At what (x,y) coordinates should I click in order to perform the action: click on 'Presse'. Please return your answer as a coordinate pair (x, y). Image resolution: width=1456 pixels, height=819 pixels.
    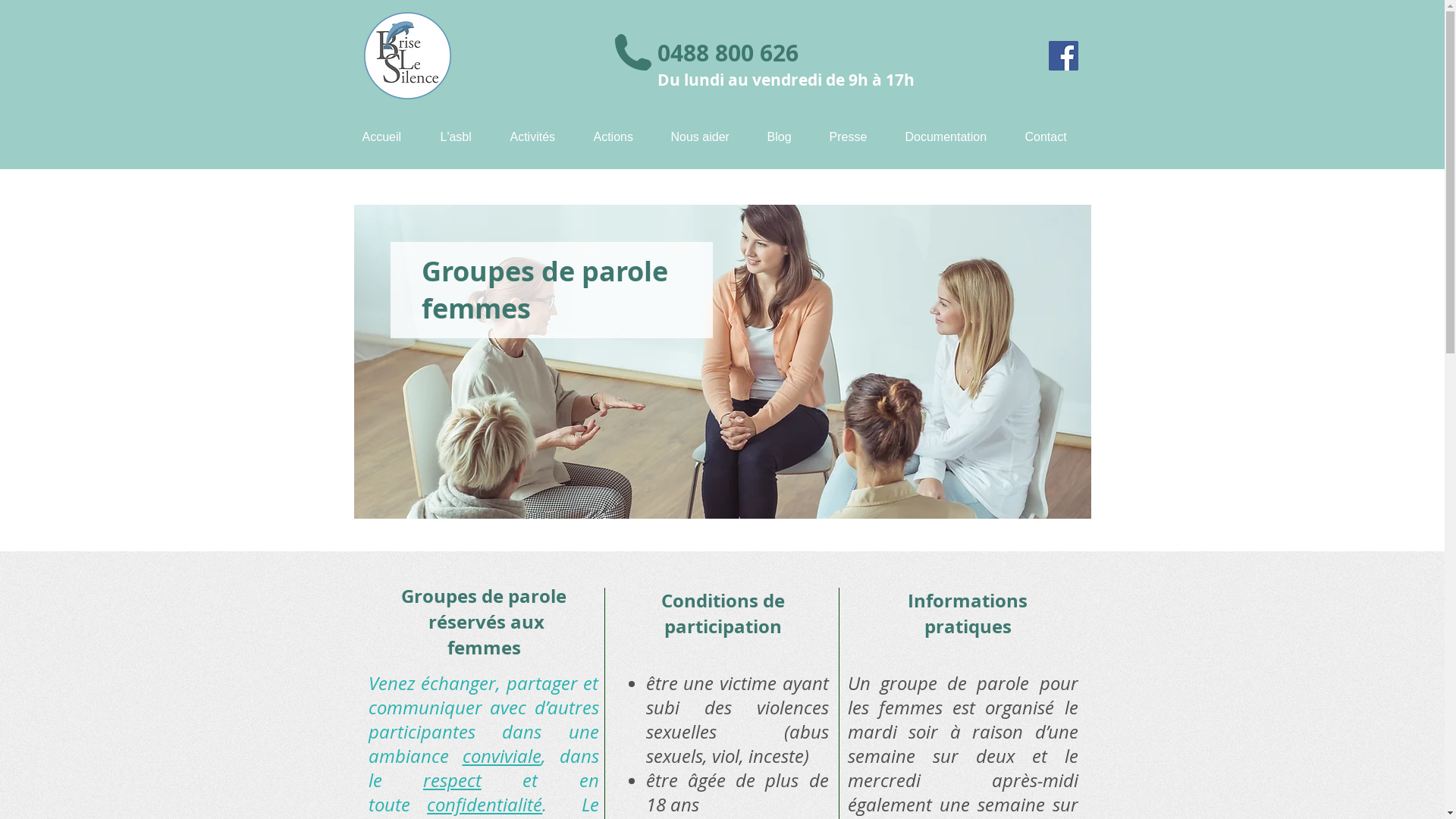
    Looking at the image, I should click on (855, 136).